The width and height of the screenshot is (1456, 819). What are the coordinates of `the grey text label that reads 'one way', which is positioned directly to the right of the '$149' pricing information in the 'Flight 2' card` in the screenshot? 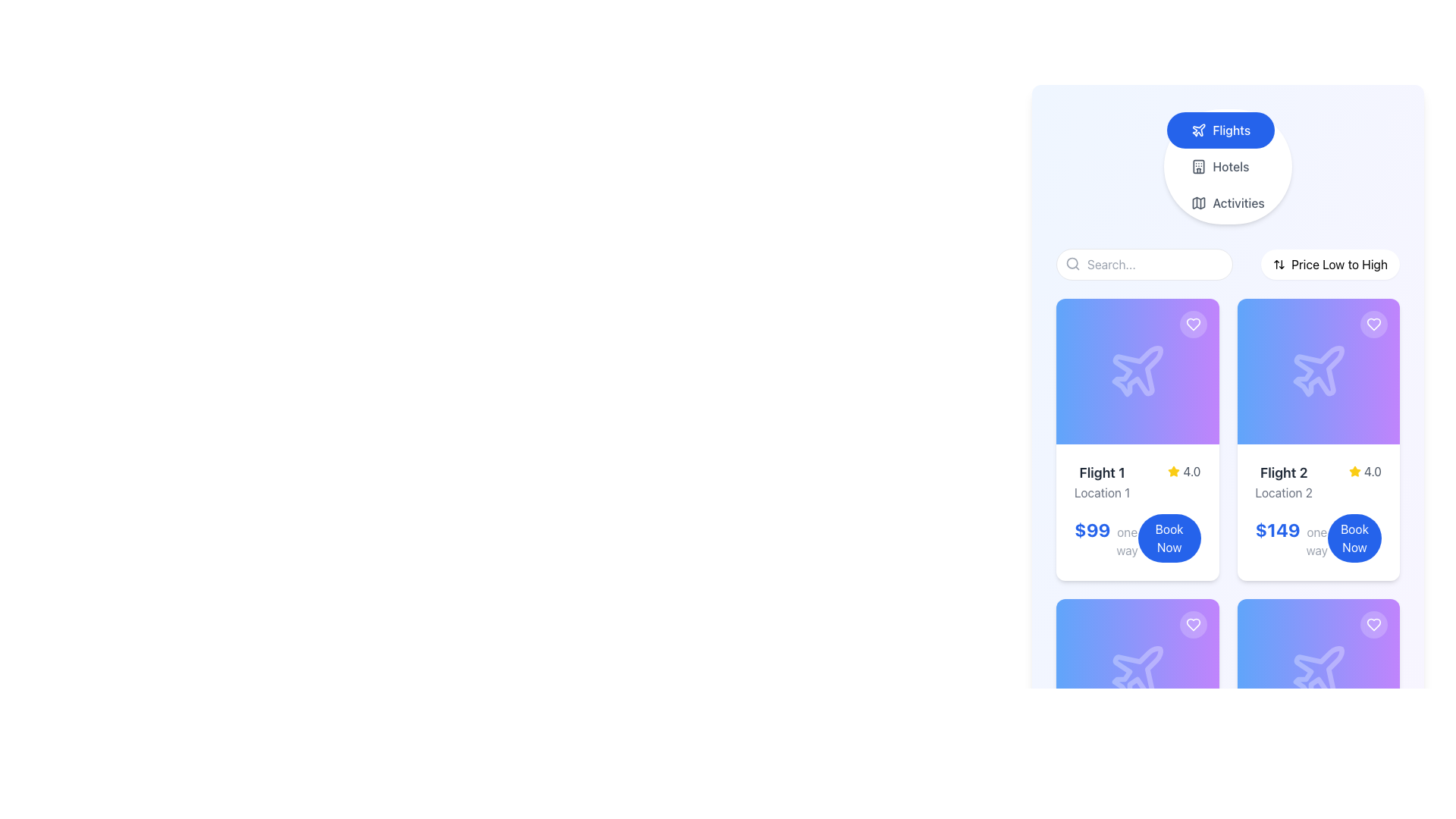 It's located at (1316, 540).